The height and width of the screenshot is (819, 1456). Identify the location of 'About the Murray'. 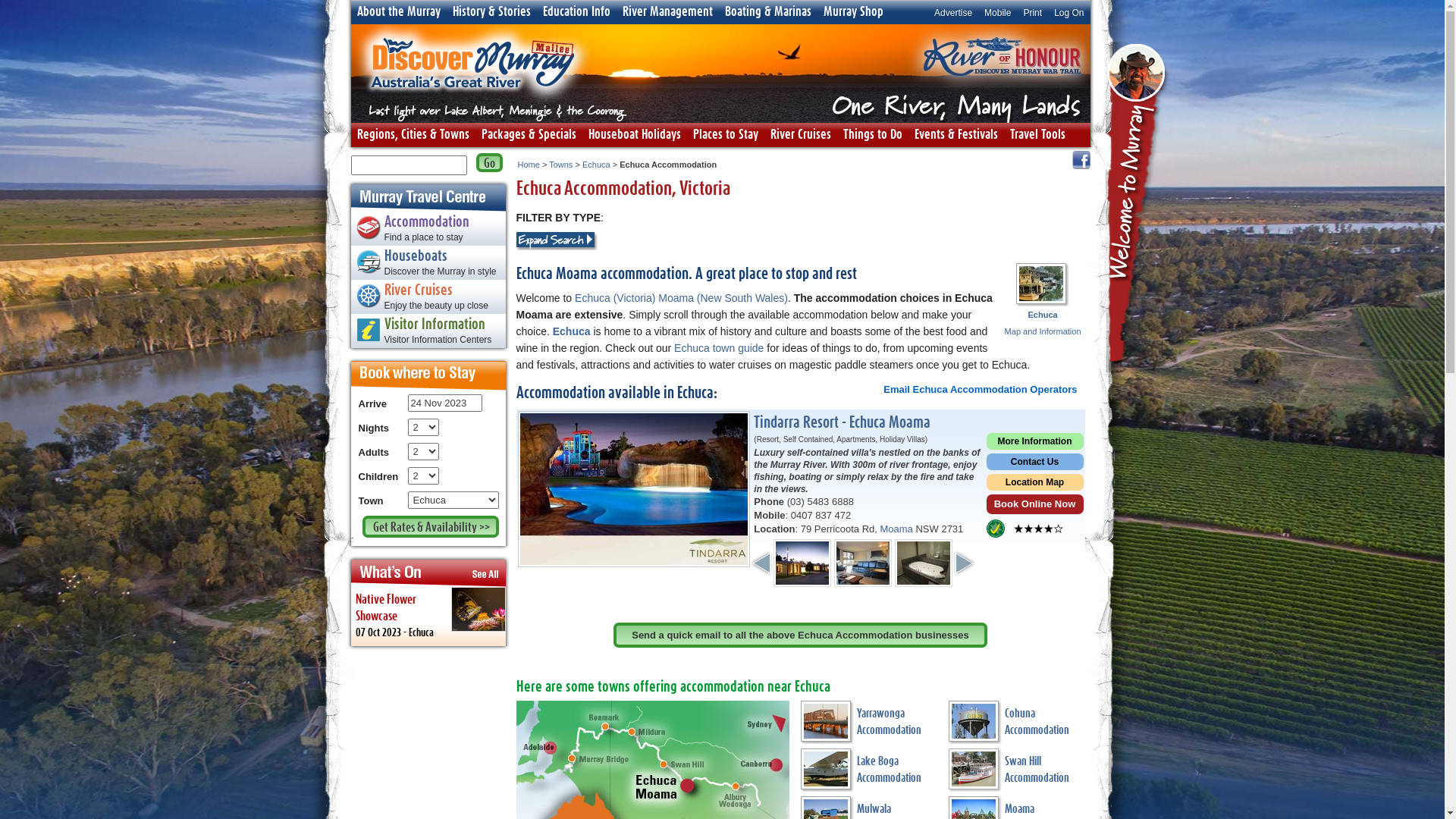
(397, 11).